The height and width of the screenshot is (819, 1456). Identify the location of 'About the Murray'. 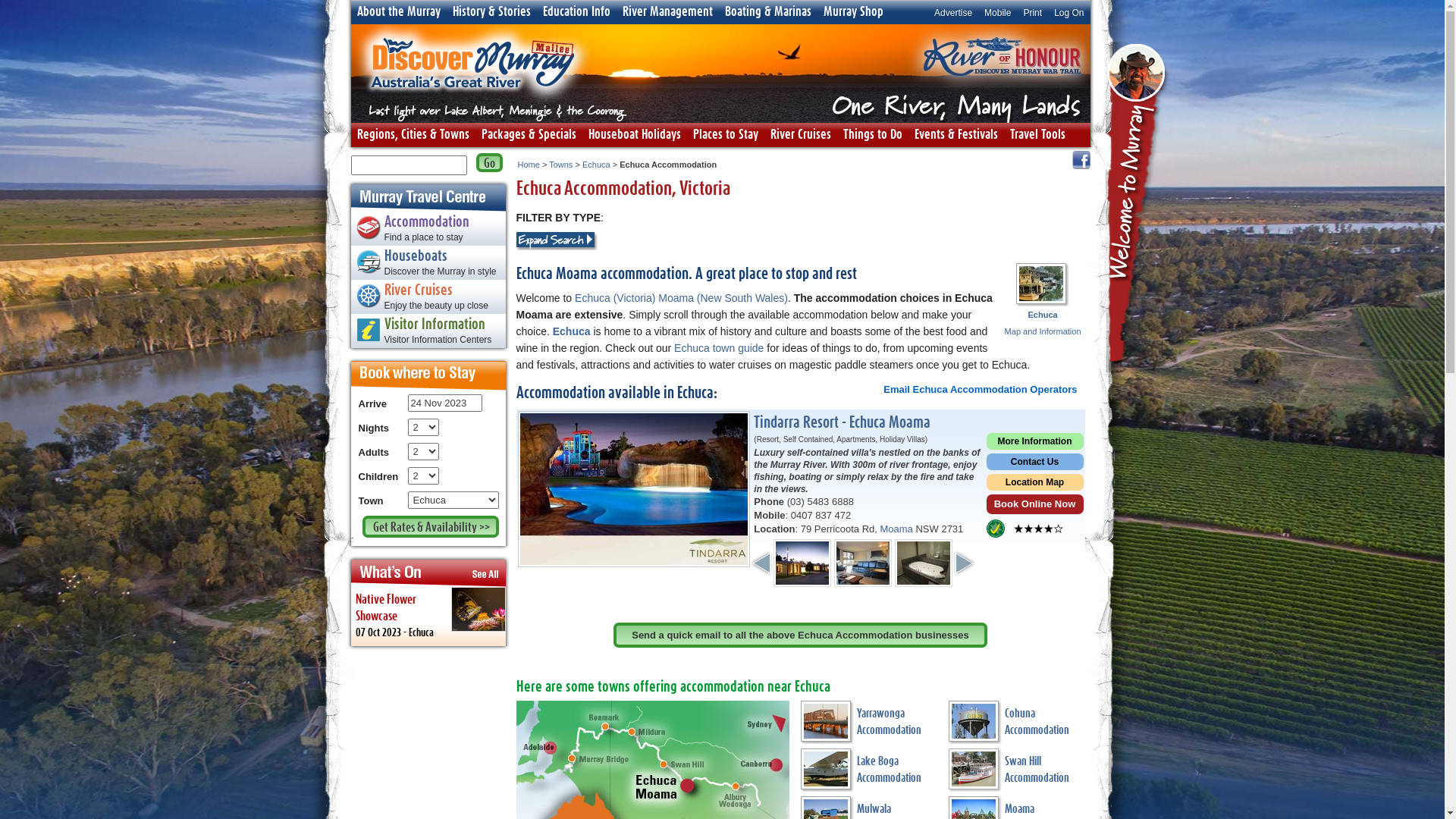
(397, 11).